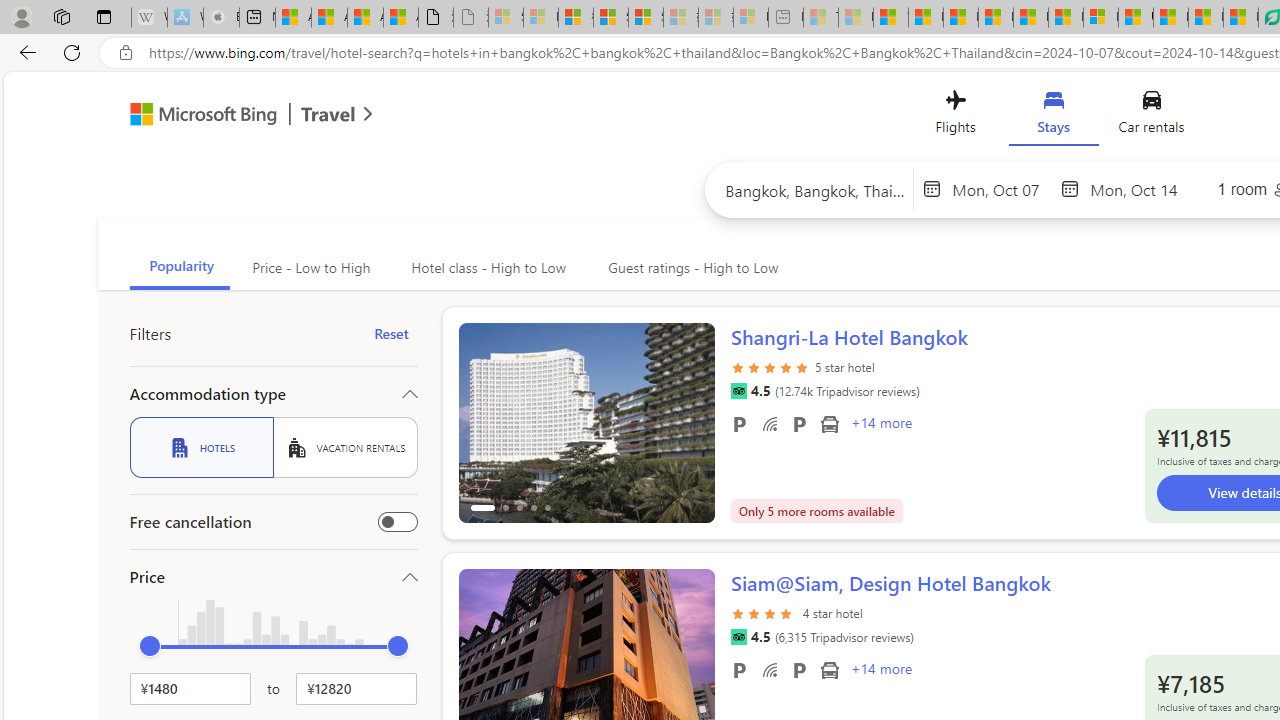  Describe the element at coordinates (763, 623) in the screenshot. I see `'star rating'` at that location.